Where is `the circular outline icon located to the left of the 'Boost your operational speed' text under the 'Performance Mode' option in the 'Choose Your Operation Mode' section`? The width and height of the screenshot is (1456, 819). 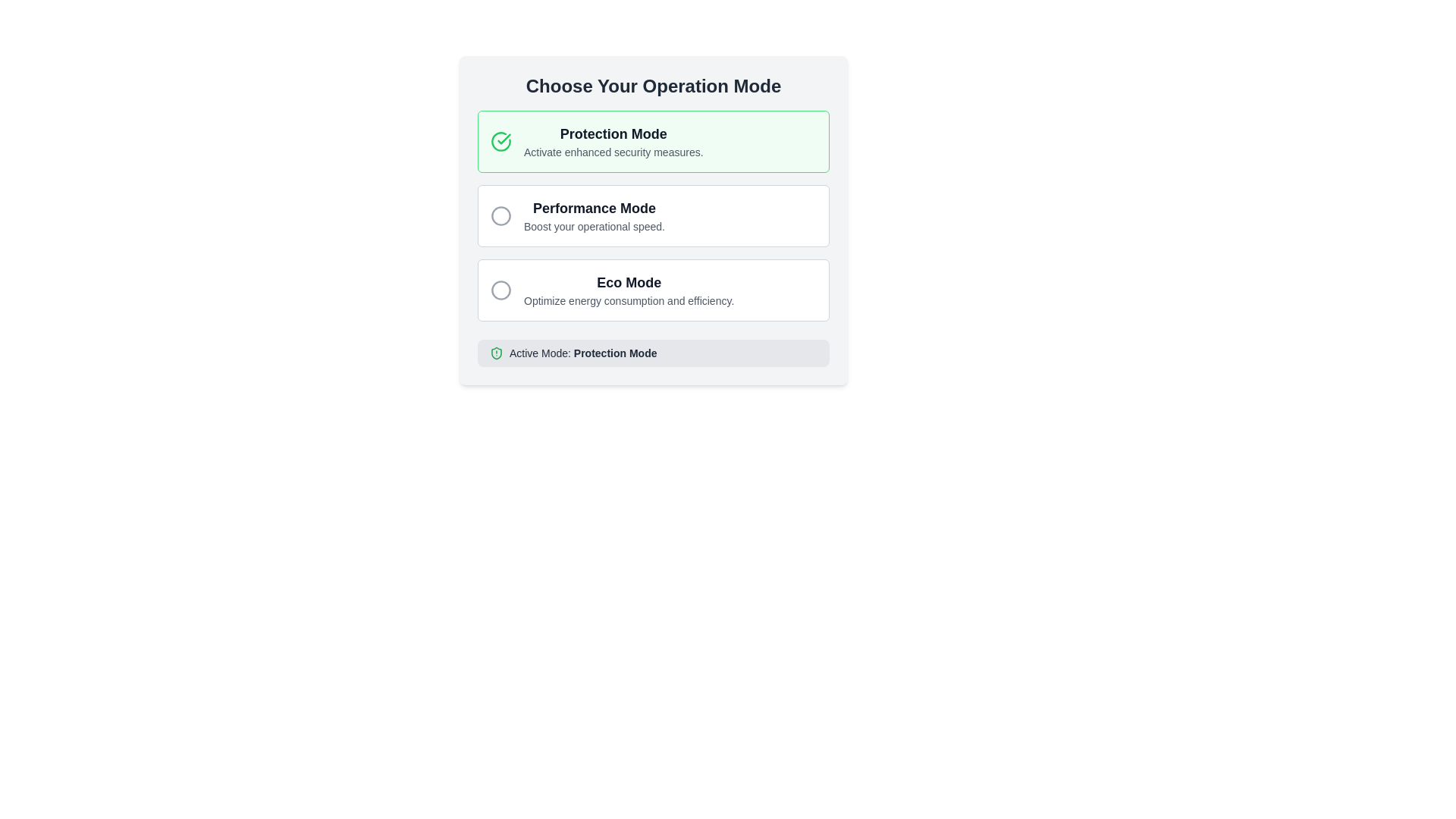
the circular outline icon located to the left of the 'Boost your operational speed' text under the 'Performance Mode' option in the 'Choose Your Operation Mode' section is located at coordinates (501, 216).